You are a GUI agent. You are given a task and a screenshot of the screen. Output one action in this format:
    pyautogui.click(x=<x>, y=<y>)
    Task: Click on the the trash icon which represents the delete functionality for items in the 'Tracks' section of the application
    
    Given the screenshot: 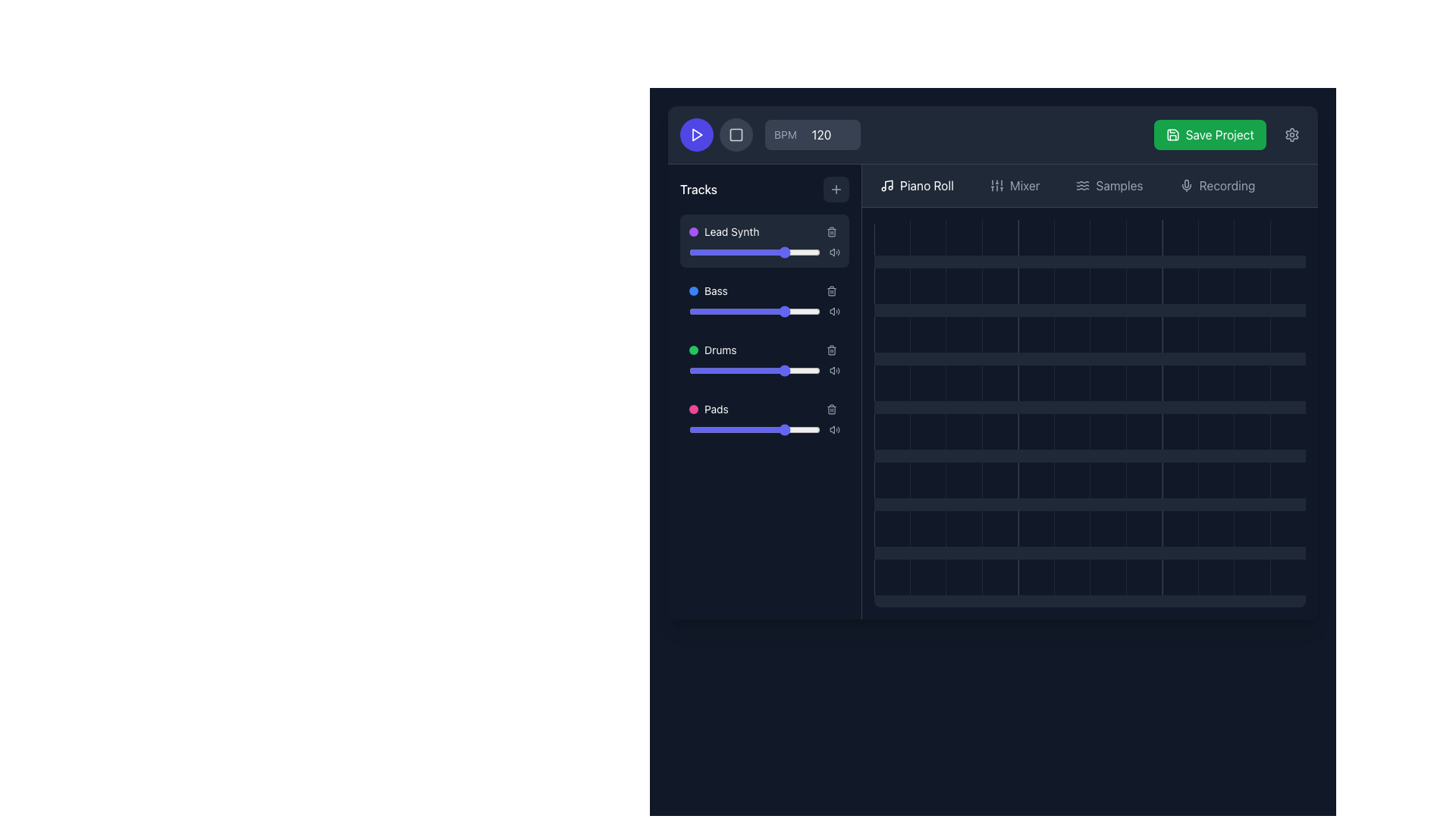 What is the action you would take?
    pyautogui.click(x=831, y=233)
    